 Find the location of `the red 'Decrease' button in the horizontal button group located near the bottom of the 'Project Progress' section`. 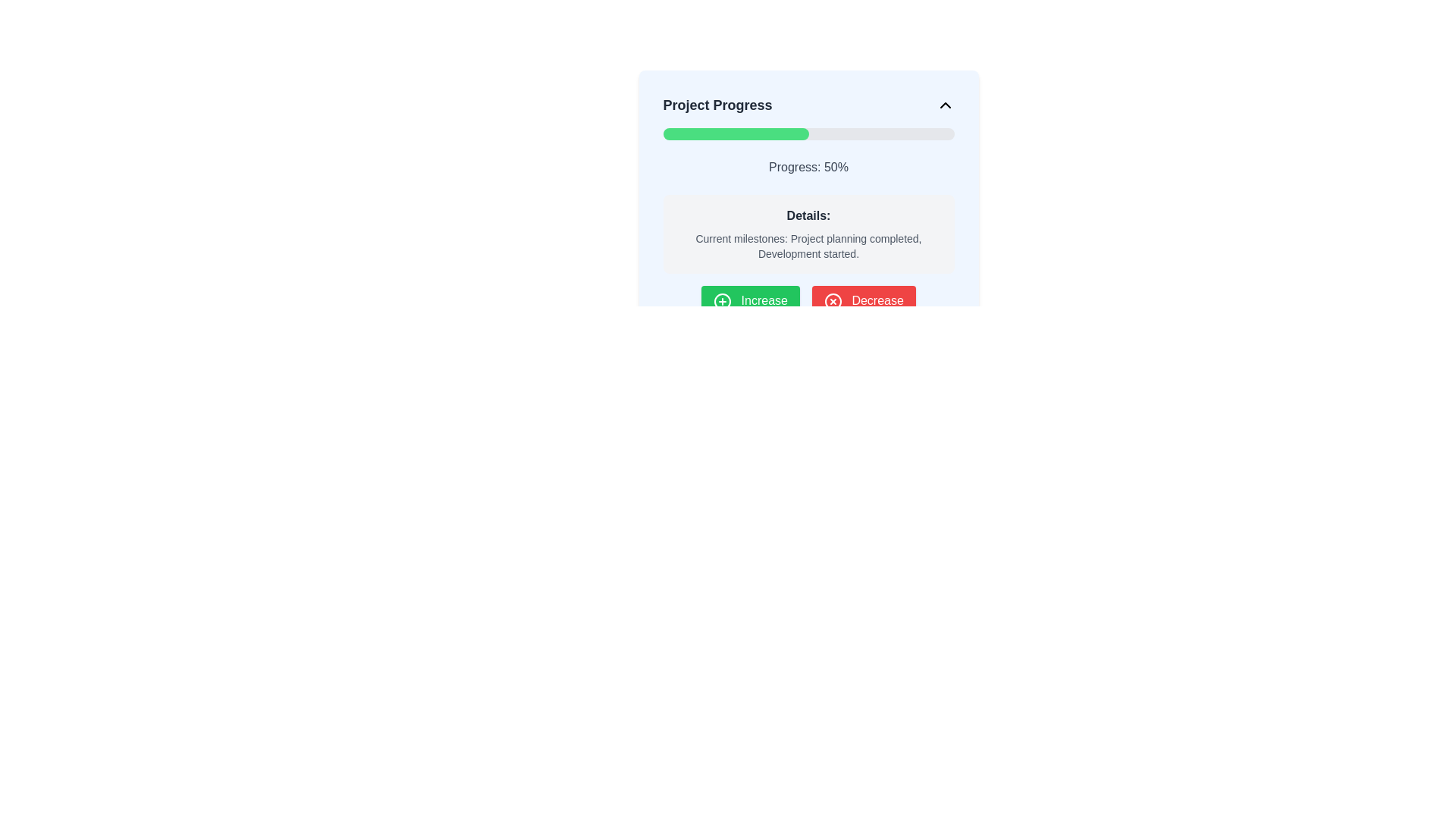

the red 'Decrease' button in the horizontal button group located near the bottom of the 'Project Progress' section is located at coordinates (808, 301).